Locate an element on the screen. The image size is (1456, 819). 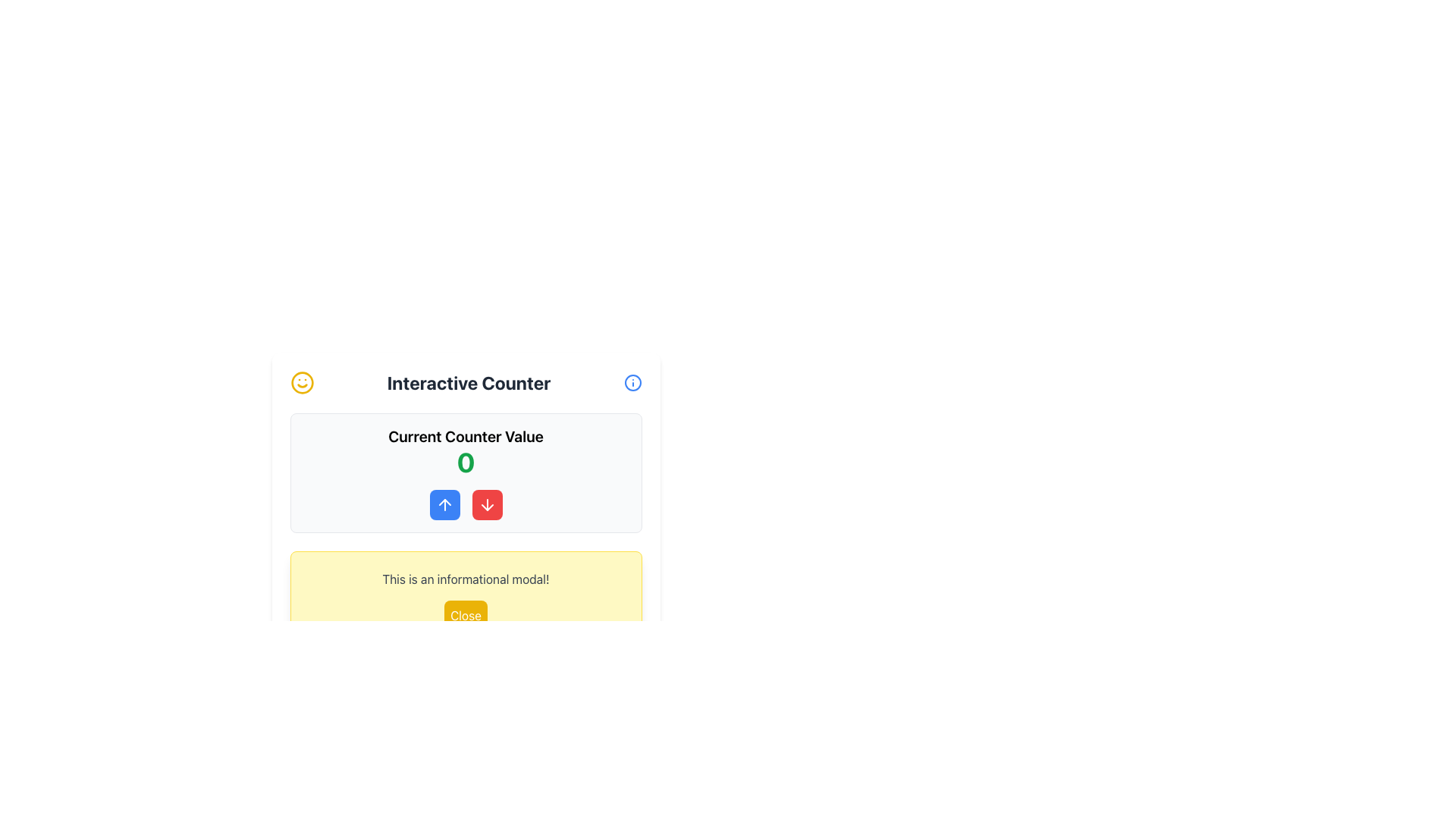
the icon button that symbolizes a decrease in value, which is located centrally within the 'Interactive Counter' interface section, to decrement the counter is located at coordinates (487, 505).